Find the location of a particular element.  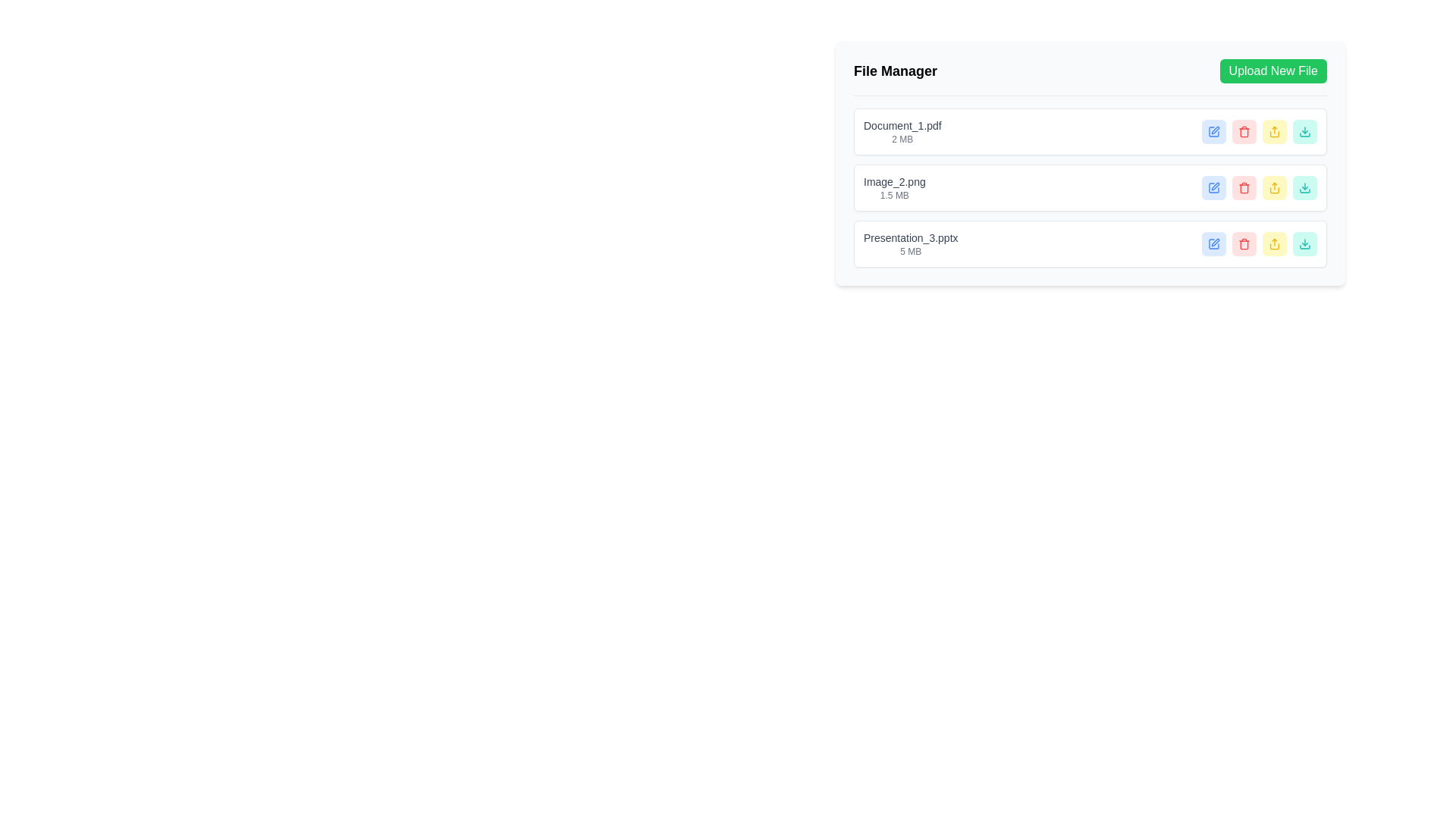

the first button (Edit) in the group of function buttons (Edit, Delete, Share, Download) in the File Manager interface is located at coordinates (1214, 187).